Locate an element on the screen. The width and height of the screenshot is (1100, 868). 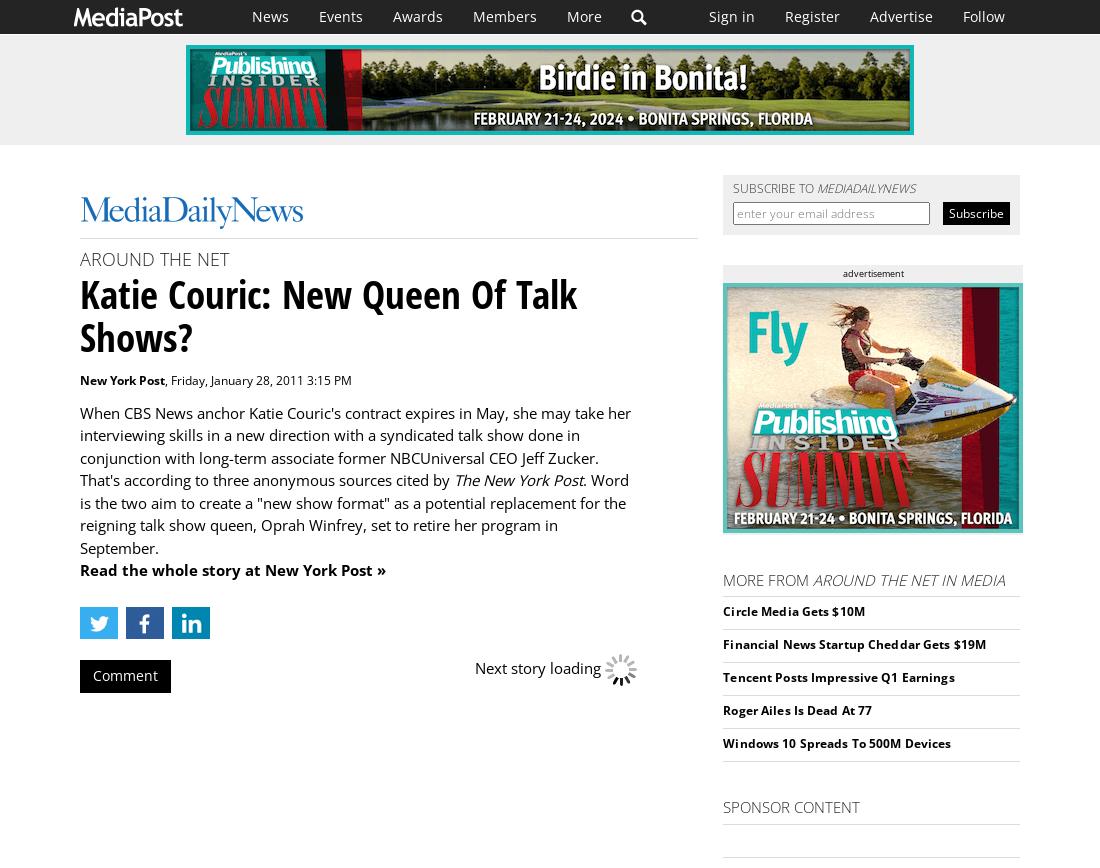
'Register' is located at coordinates (812, 16).